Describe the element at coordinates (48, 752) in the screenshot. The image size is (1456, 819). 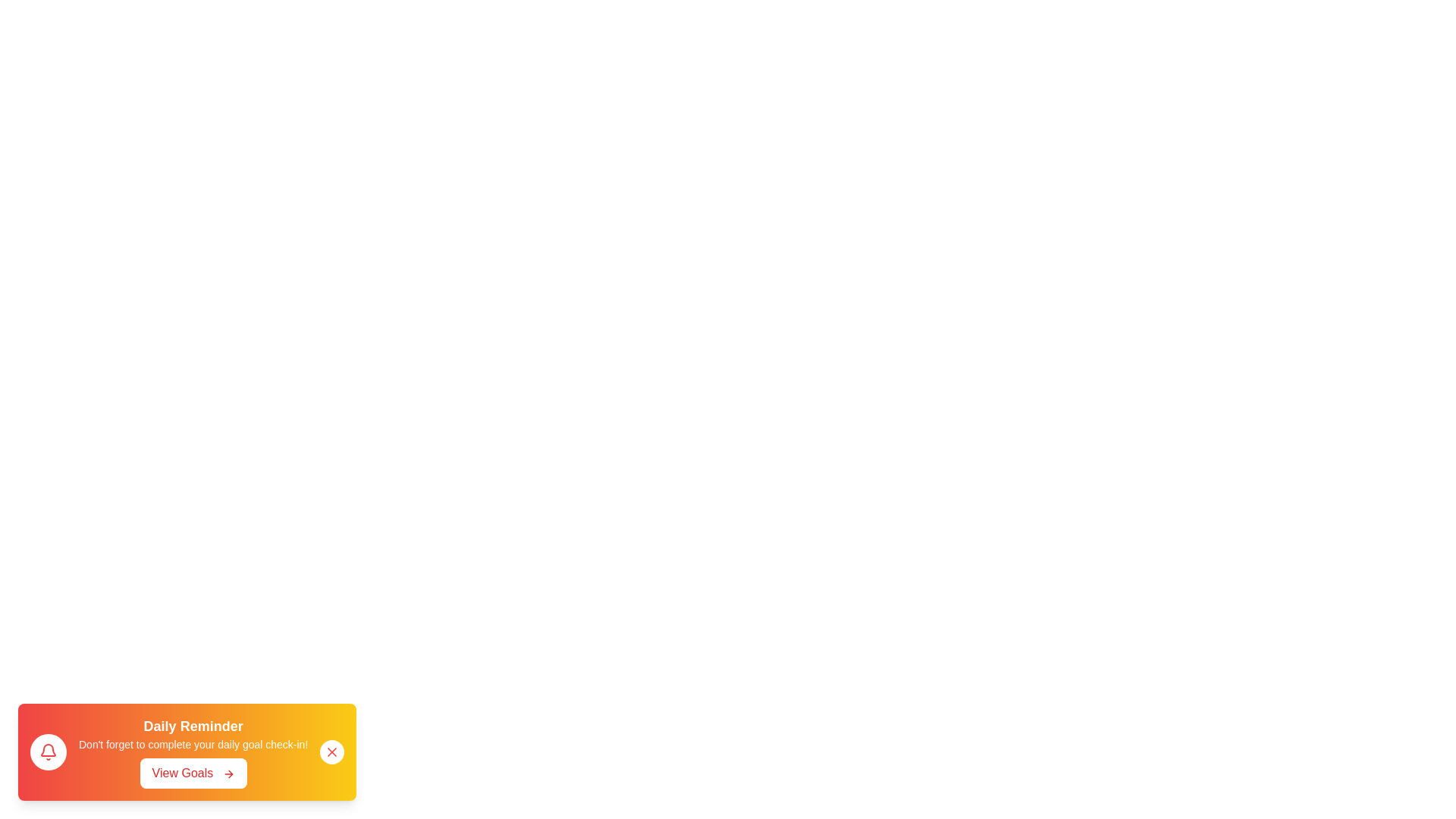
I see `the bell icon to interact with it` at that location.